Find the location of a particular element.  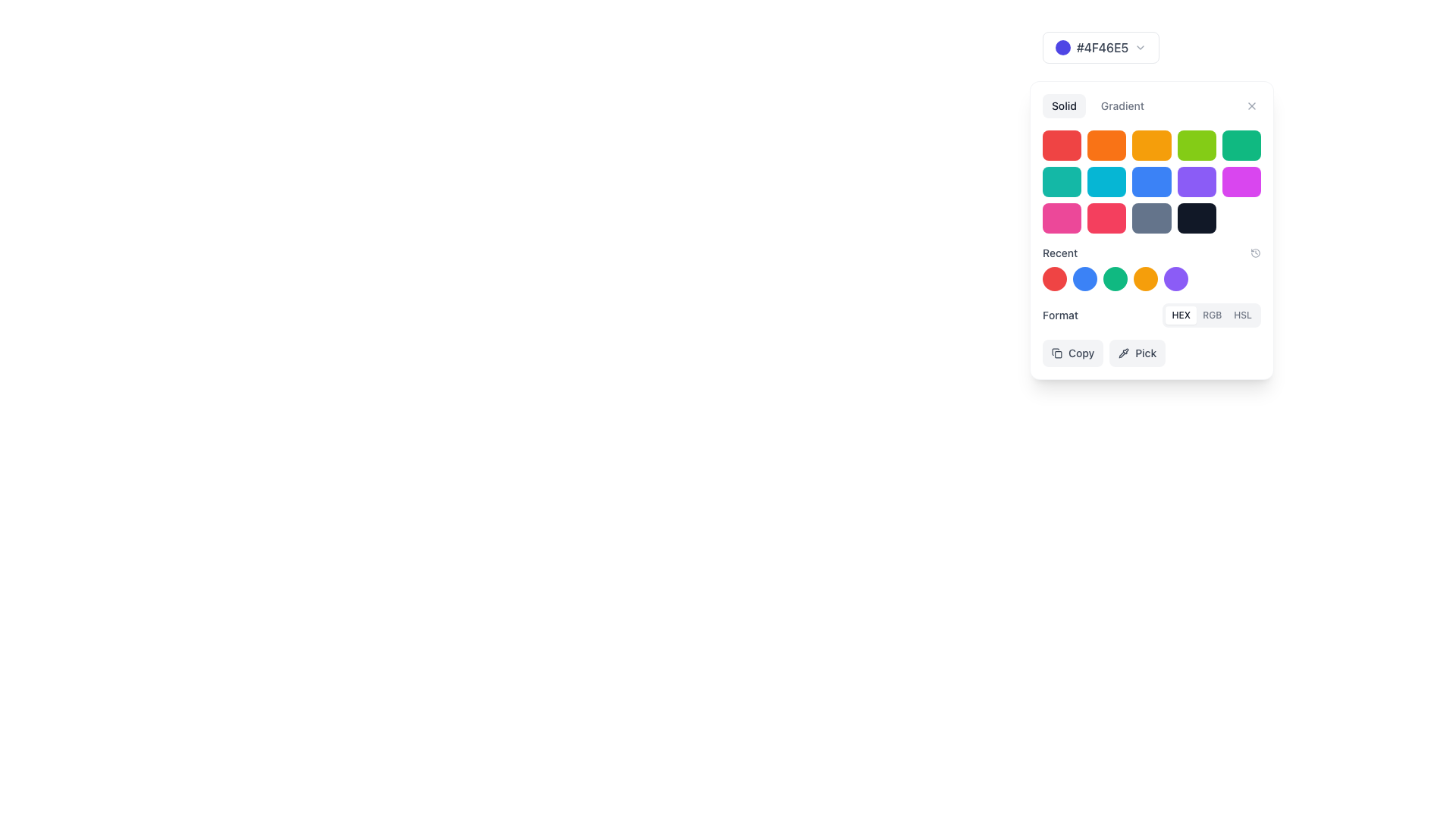

the fourth button in the color selection row to trigger the hover effect is located at coordinates (1146, 278).